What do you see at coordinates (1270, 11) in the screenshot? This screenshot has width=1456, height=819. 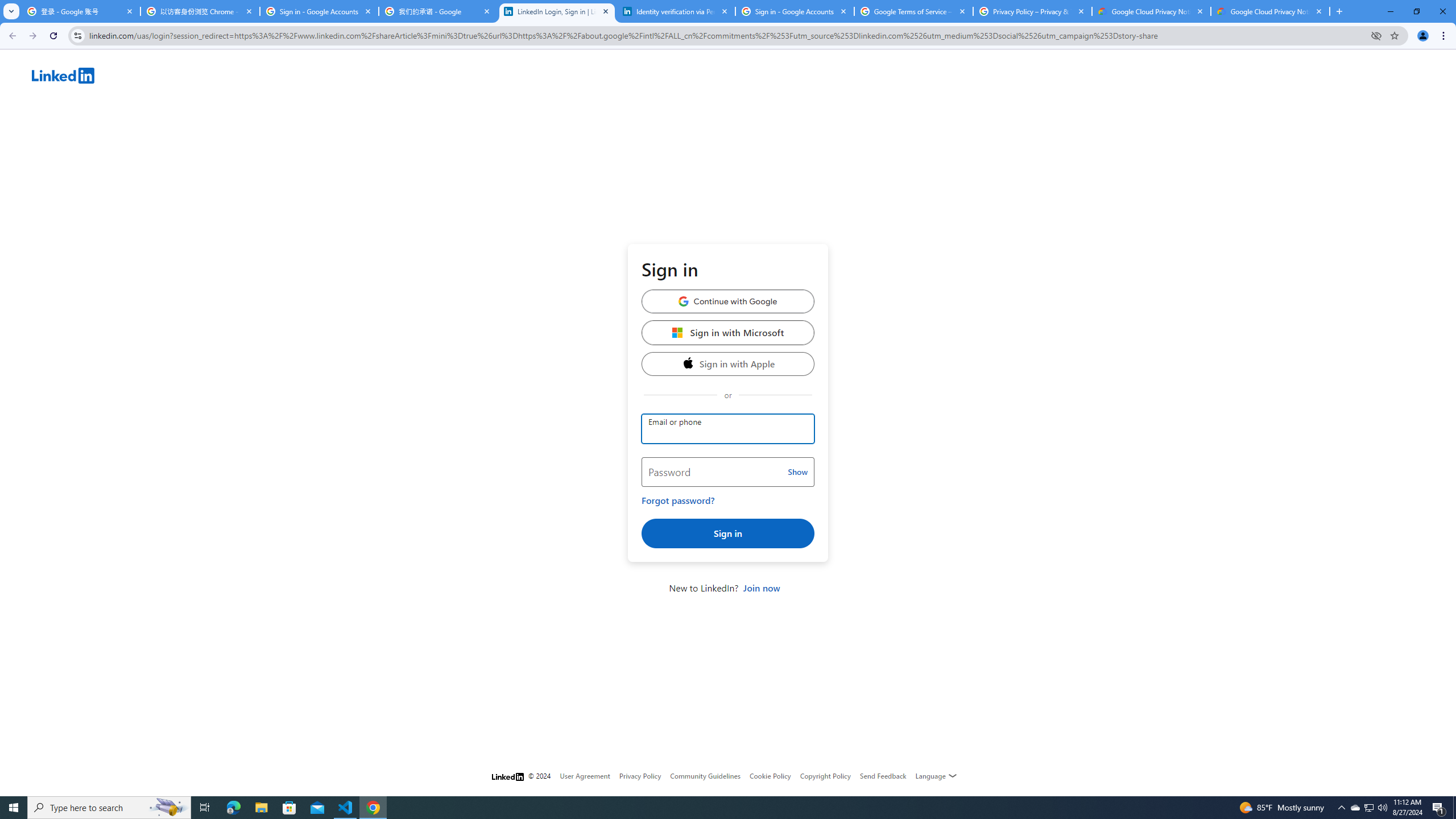 I see `'Google Cloud Privacy Notice'` at bounding box center [1270, 11].